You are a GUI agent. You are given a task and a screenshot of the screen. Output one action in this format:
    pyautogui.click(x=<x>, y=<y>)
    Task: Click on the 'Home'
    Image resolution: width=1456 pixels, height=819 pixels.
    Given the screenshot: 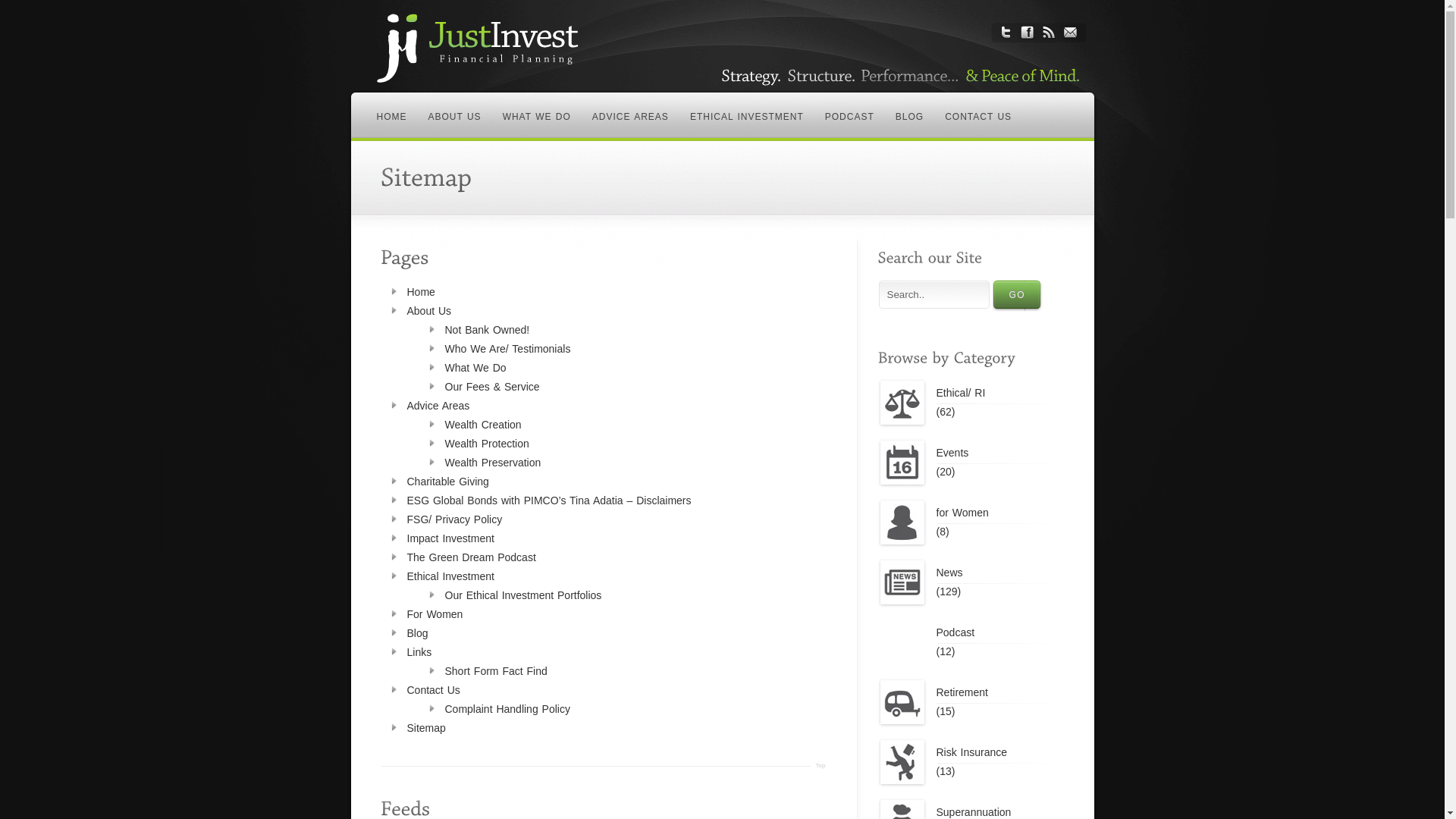 What is the action you would take?
    pyautogui.click(x=420, y=292)
    